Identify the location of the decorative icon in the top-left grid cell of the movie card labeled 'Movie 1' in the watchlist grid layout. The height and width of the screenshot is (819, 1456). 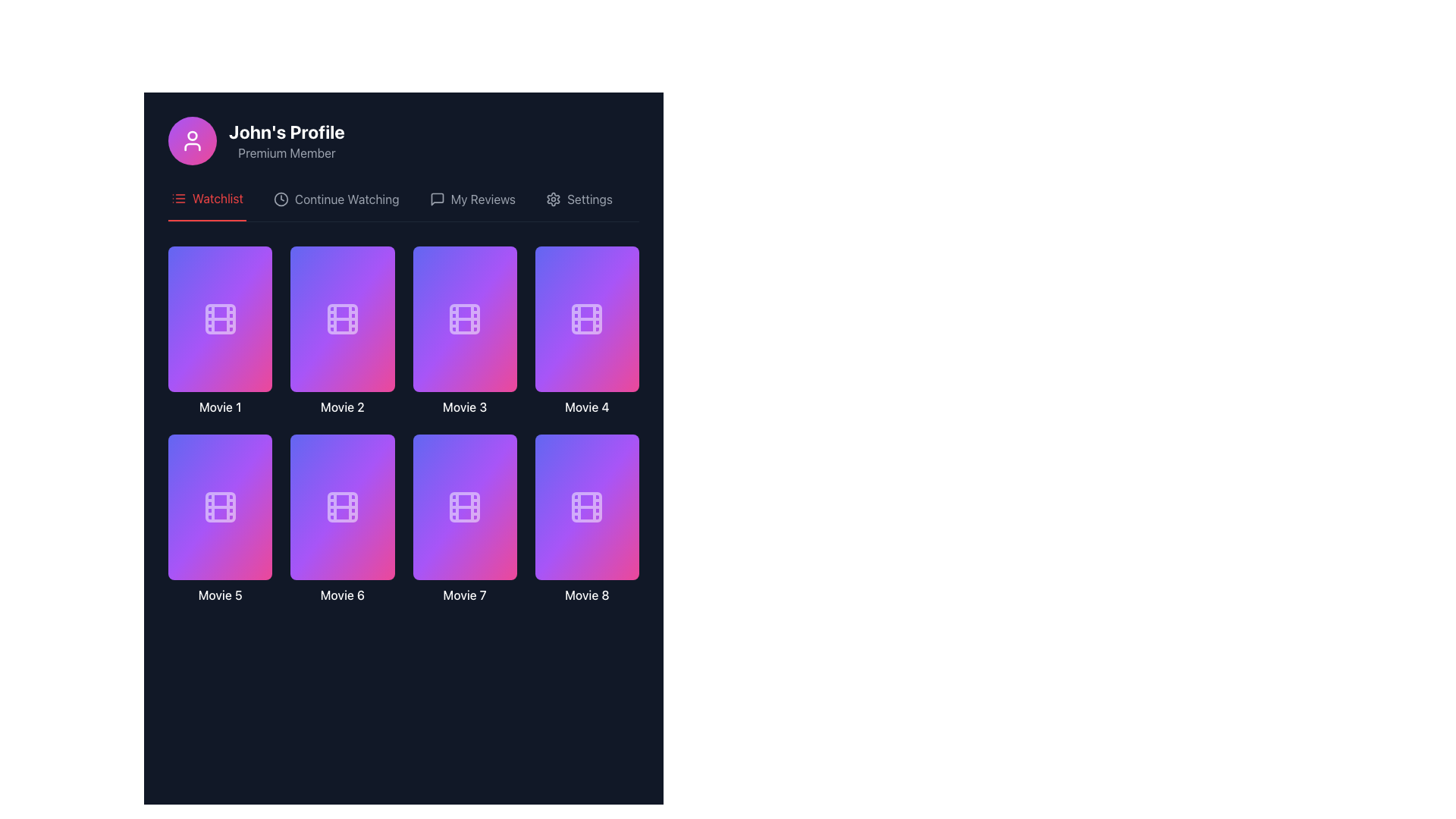
(219, 318).